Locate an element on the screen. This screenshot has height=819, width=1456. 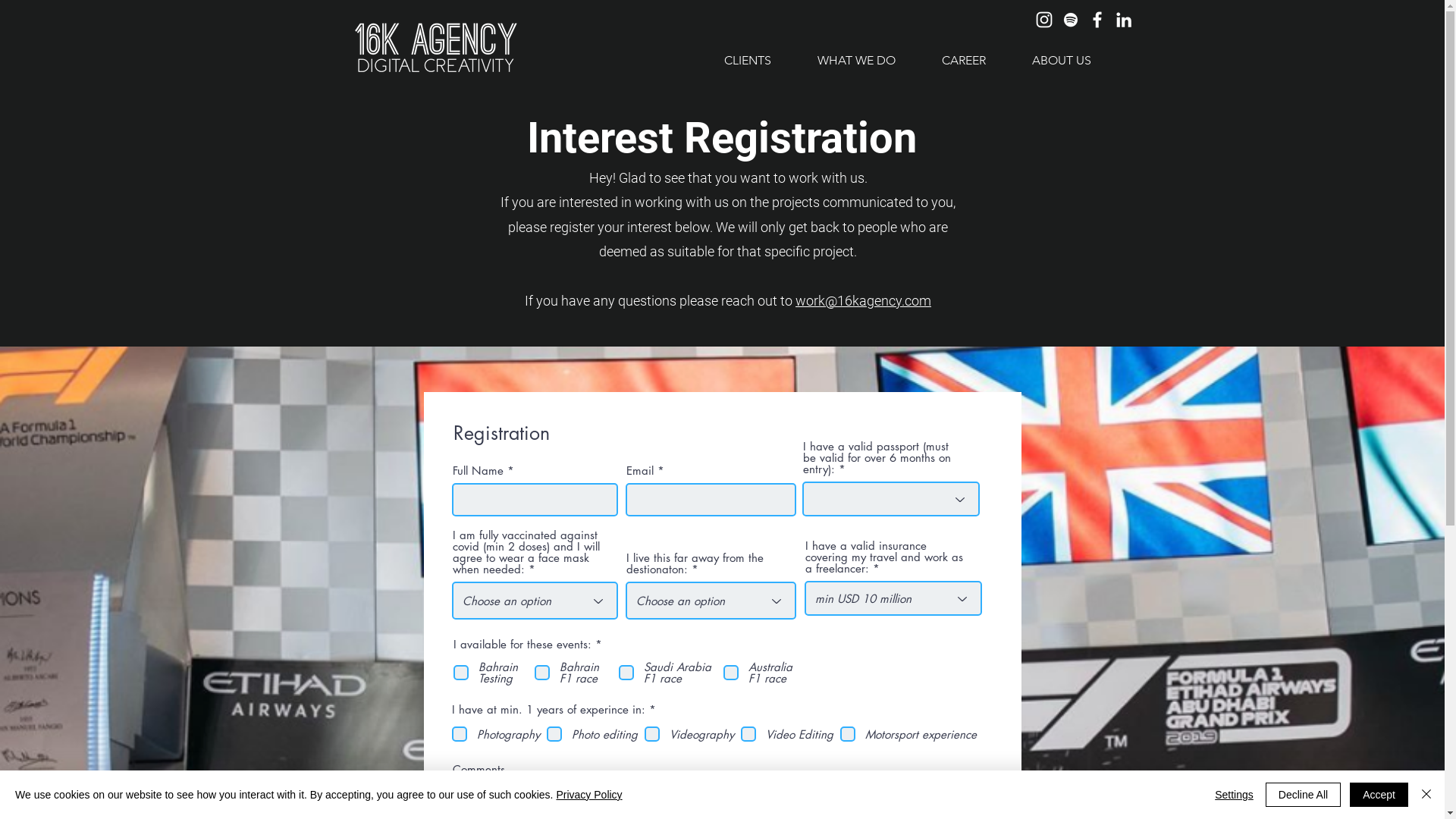
'WHAT WE DO' is located at coordinates (855, 59).